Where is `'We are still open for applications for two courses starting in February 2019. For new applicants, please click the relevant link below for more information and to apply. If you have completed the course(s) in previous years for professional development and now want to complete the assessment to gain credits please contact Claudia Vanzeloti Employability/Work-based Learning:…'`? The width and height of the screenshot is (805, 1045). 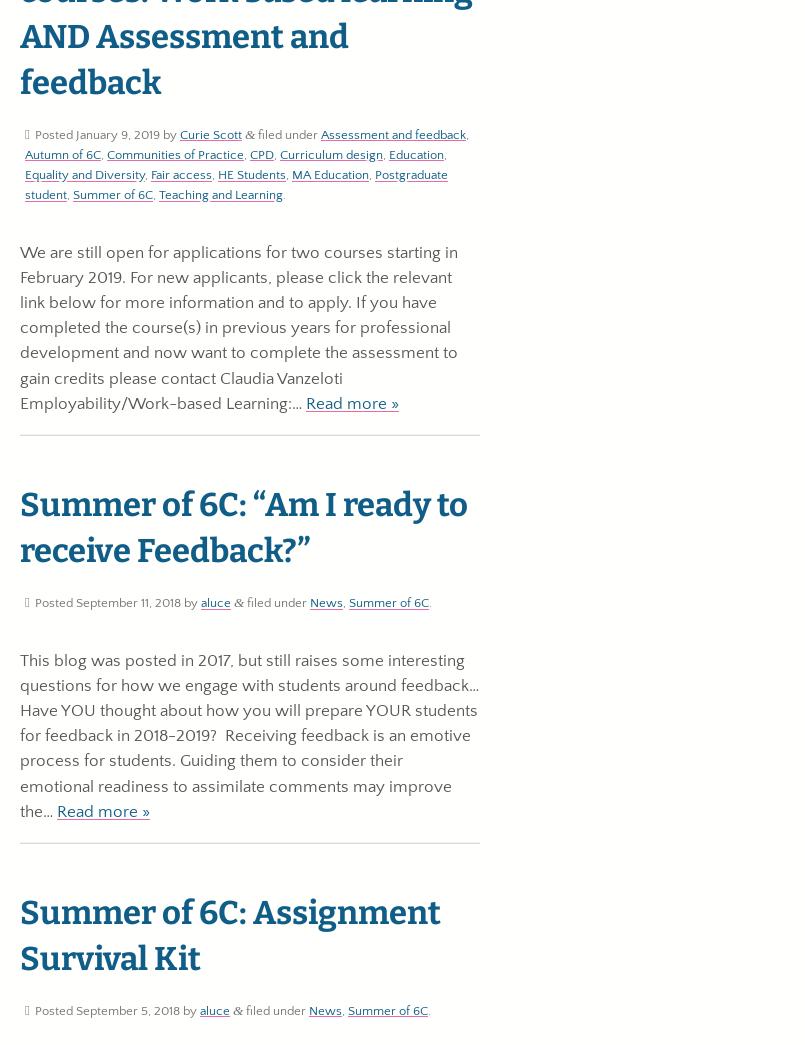
'We are still open for applications for two courses starting in February 2019. For new applicants, please click the relevant link below for more information and to apply. If you have completed the course(s) in previous years for professional development and now want to complete the assessment to gain credits please contact Claudia Vanzeloti Employability/Work-based Learning:…' is located at coordinates (239, 327).